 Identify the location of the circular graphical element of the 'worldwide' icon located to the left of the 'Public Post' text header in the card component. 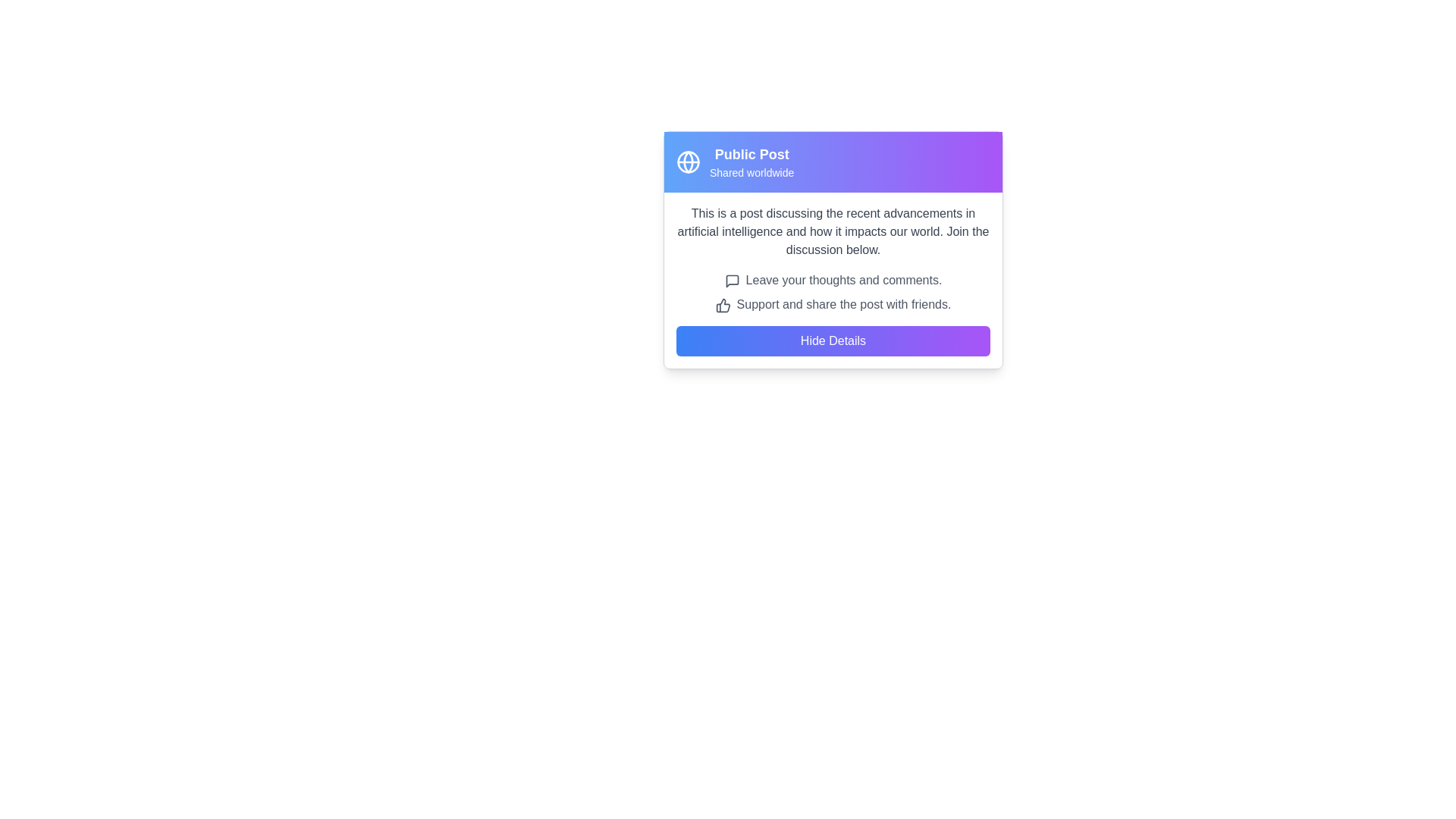
(687, 162).